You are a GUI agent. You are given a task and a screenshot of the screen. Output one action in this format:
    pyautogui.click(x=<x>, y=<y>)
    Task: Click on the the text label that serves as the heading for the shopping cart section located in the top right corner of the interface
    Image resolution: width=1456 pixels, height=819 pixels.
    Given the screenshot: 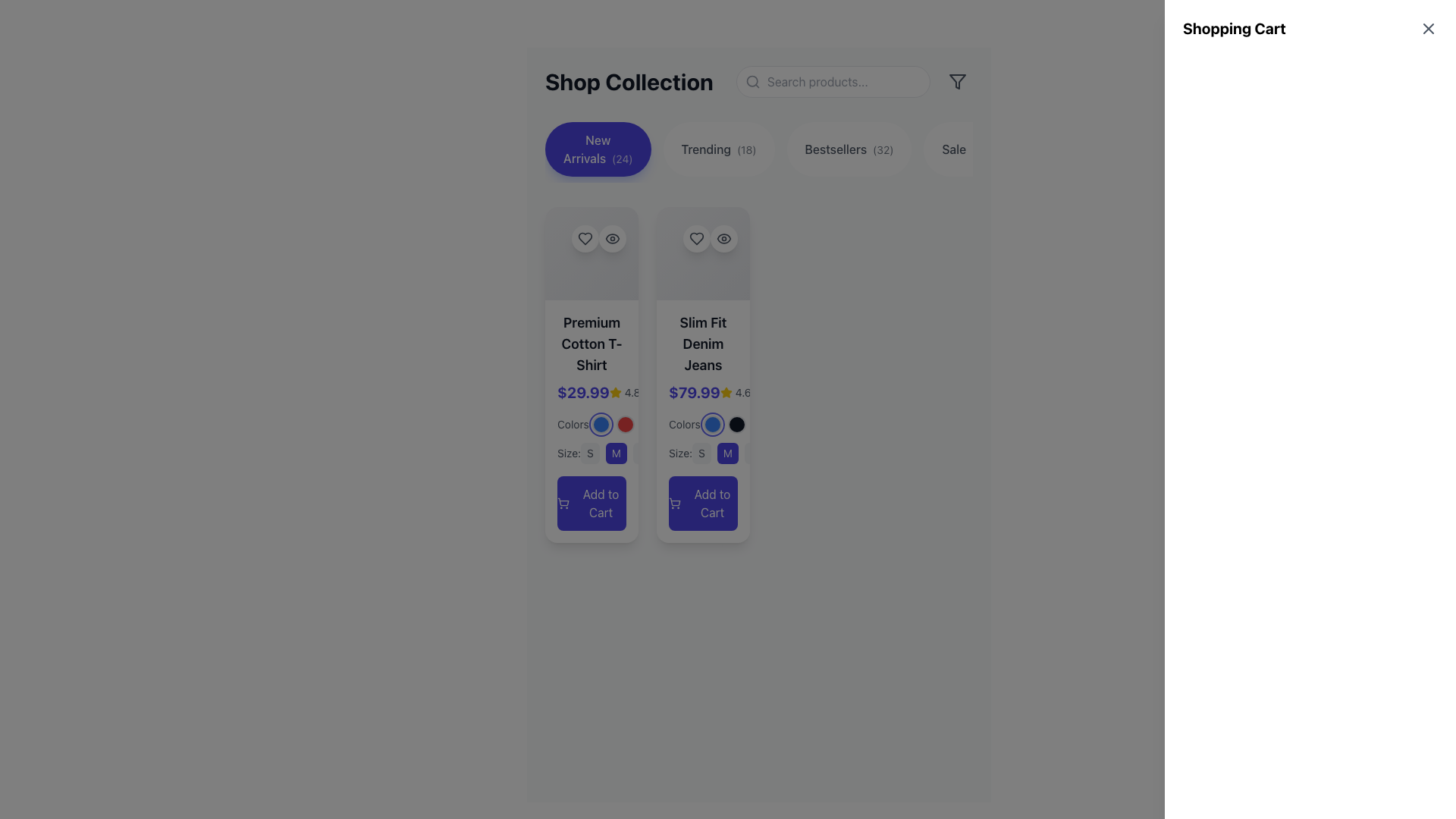 What is the action you would take?
    pyautogui.click(x=1234, y=29)
    